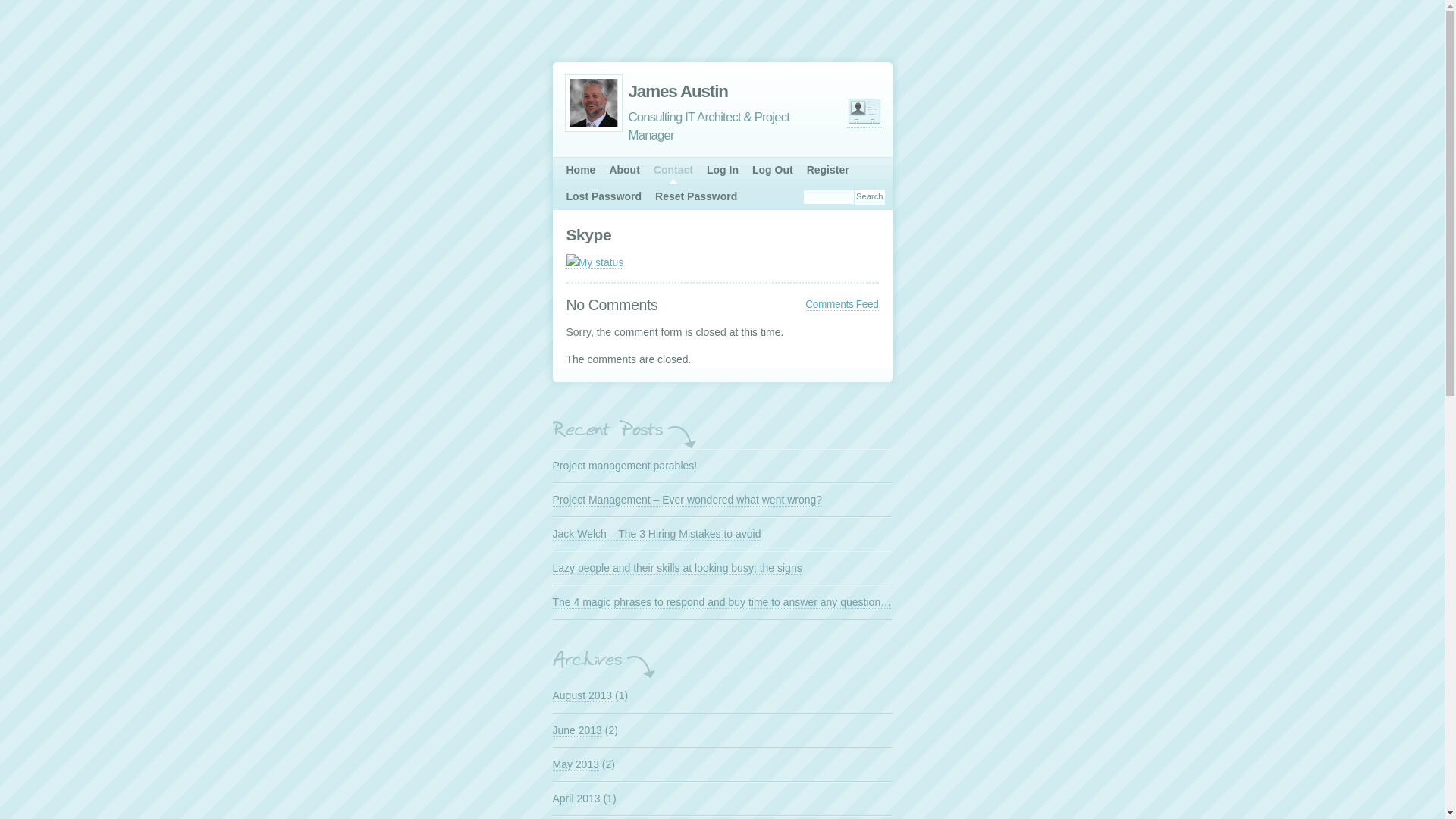 The height and width of the screenshot is (819, 1456). What do you see at coordinates (827, 170) in the screenshot?
I see `'Register'` at bounding box center [827, 170].